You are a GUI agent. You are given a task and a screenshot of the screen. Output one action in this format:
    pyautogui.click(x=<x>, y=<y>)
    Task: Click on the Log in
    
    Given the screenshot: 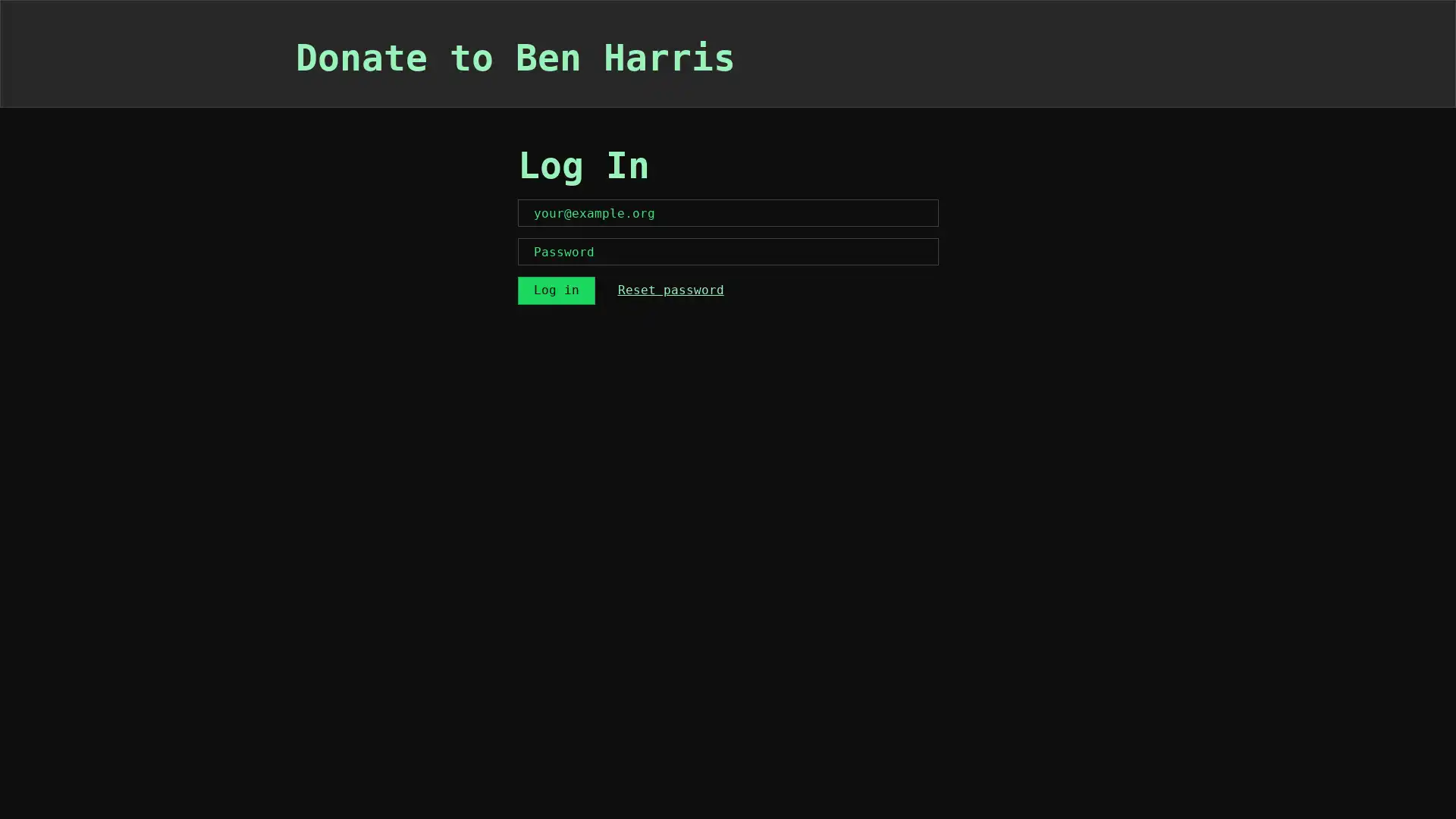 What is the action you would take?
    pyautogui.click(x=555, y=290)
    